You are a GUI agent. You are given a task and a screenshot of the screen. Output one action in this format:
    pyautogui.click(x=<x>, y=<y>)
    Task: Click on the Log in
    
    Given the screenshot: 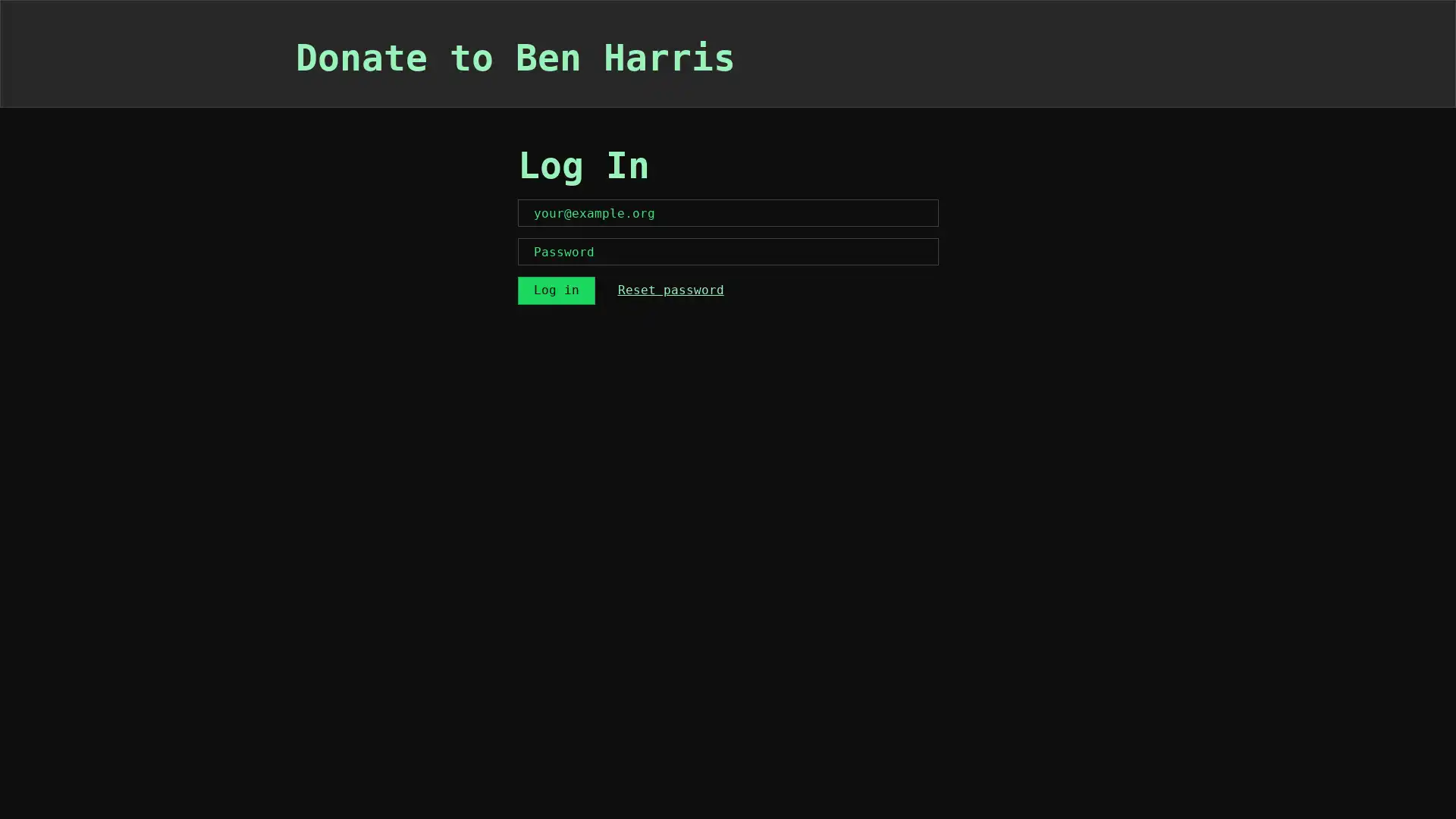 What is the action you would take?
    pyautogui.click(x=555, y=290)
    